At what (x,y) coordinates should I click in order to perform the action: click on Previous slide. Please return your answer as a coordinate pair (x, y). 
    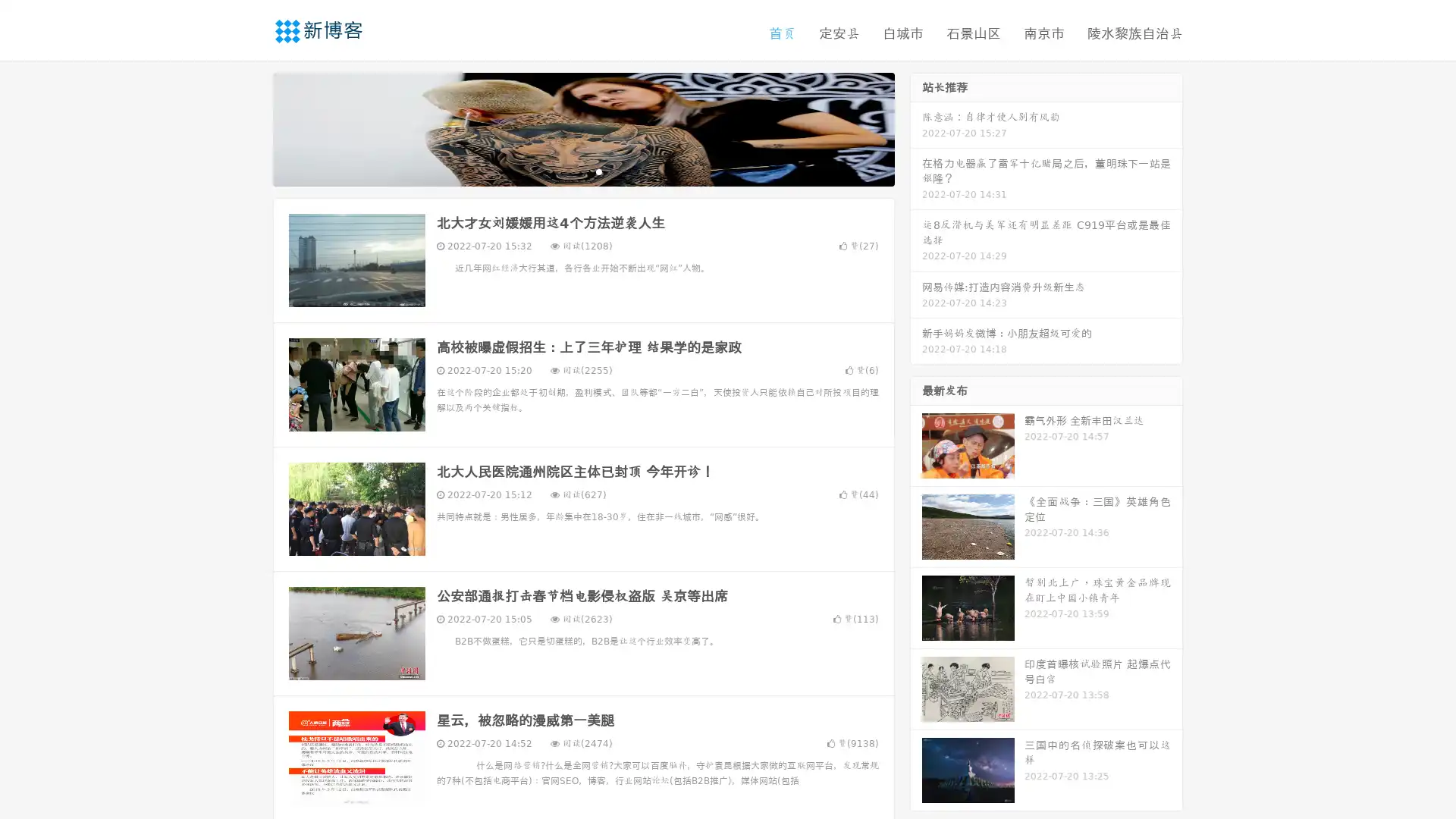
    Looking at the image, I should click on (250, 127).